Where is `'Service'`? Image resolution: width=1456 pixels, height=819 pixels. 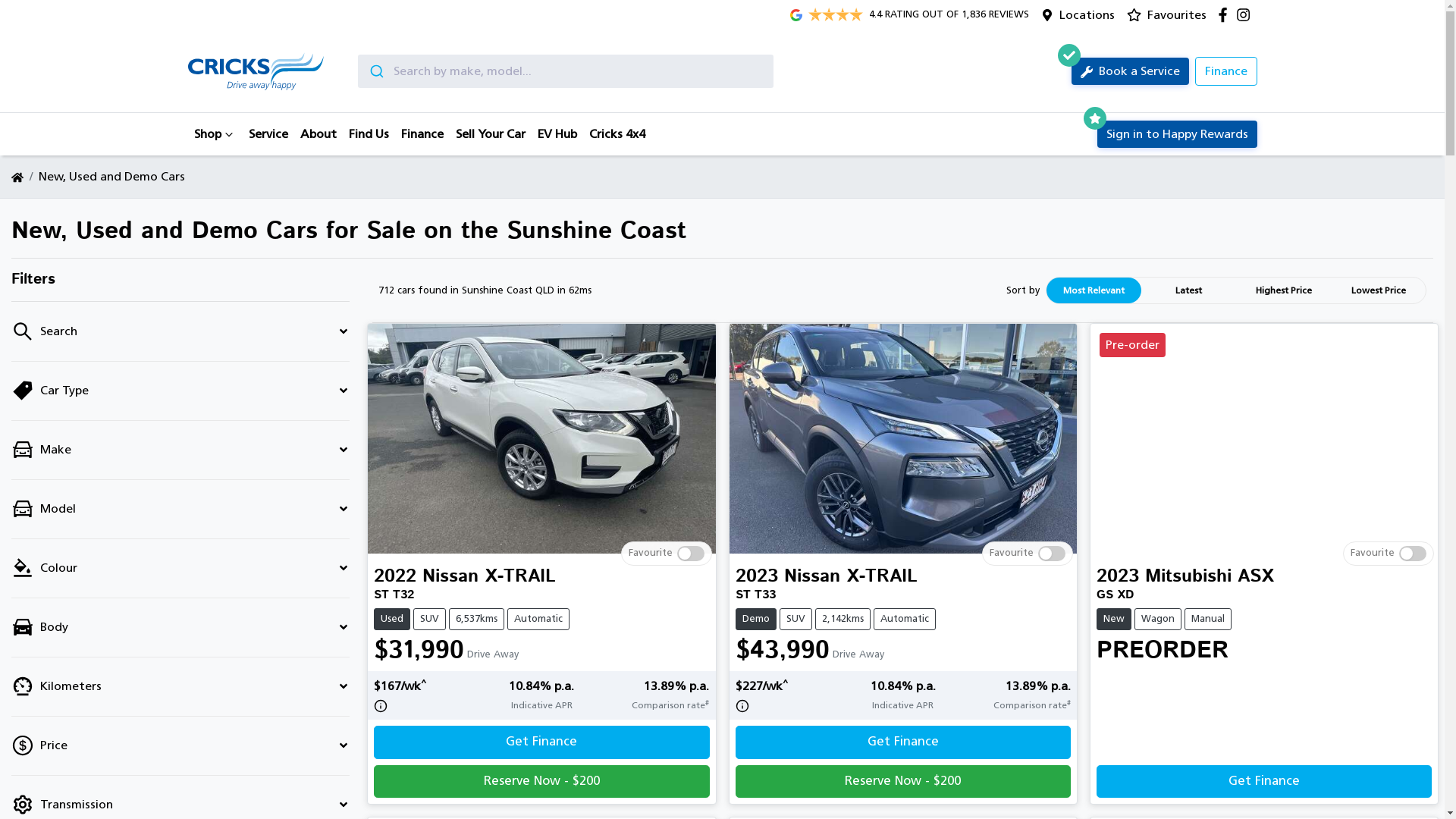
'Service' is located at coordinates (243, 133).